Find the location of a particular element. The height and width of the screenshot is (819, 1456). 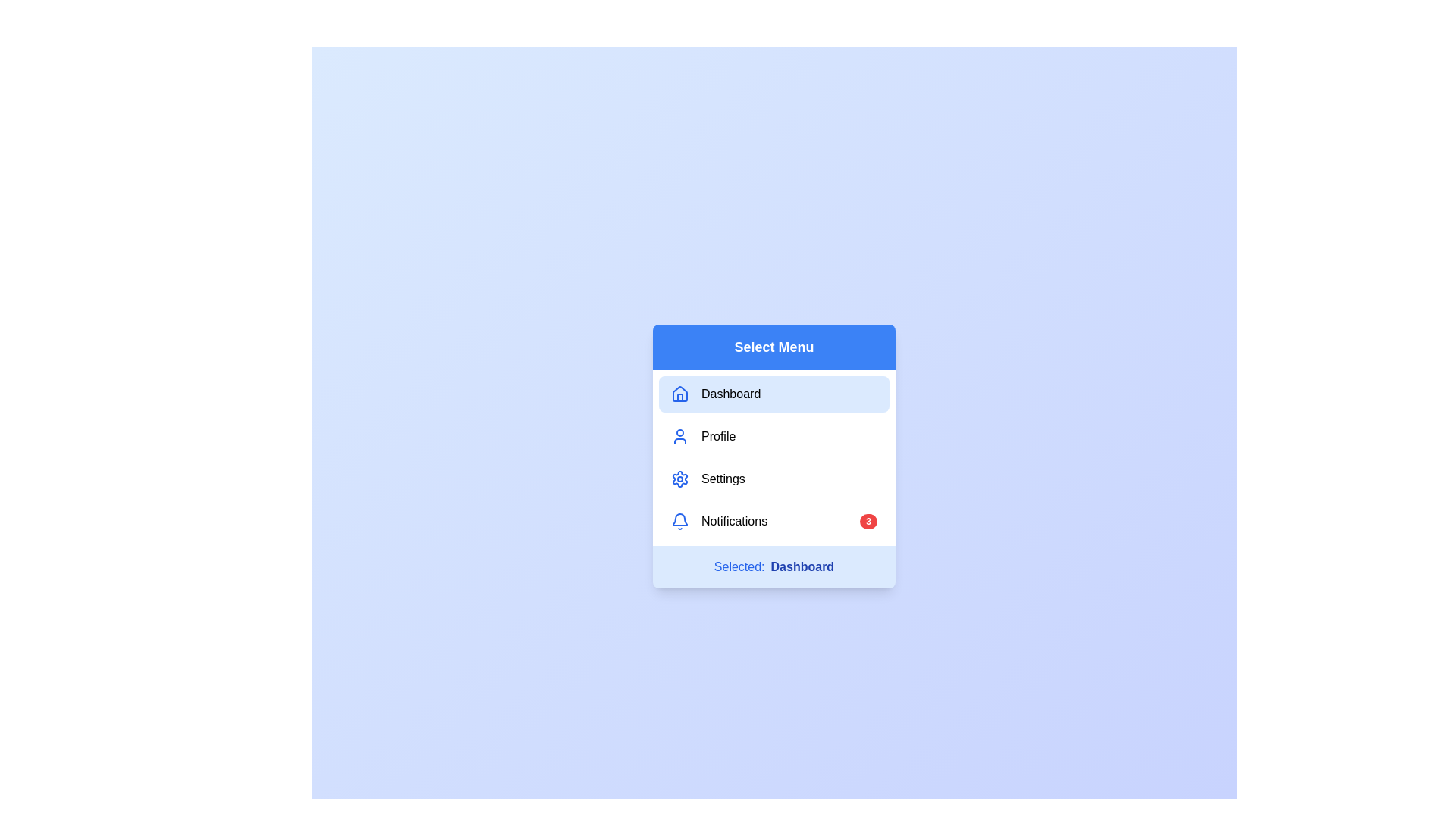

the menu item Dashboard to see its hover effect is located at coordinates (774, 394).